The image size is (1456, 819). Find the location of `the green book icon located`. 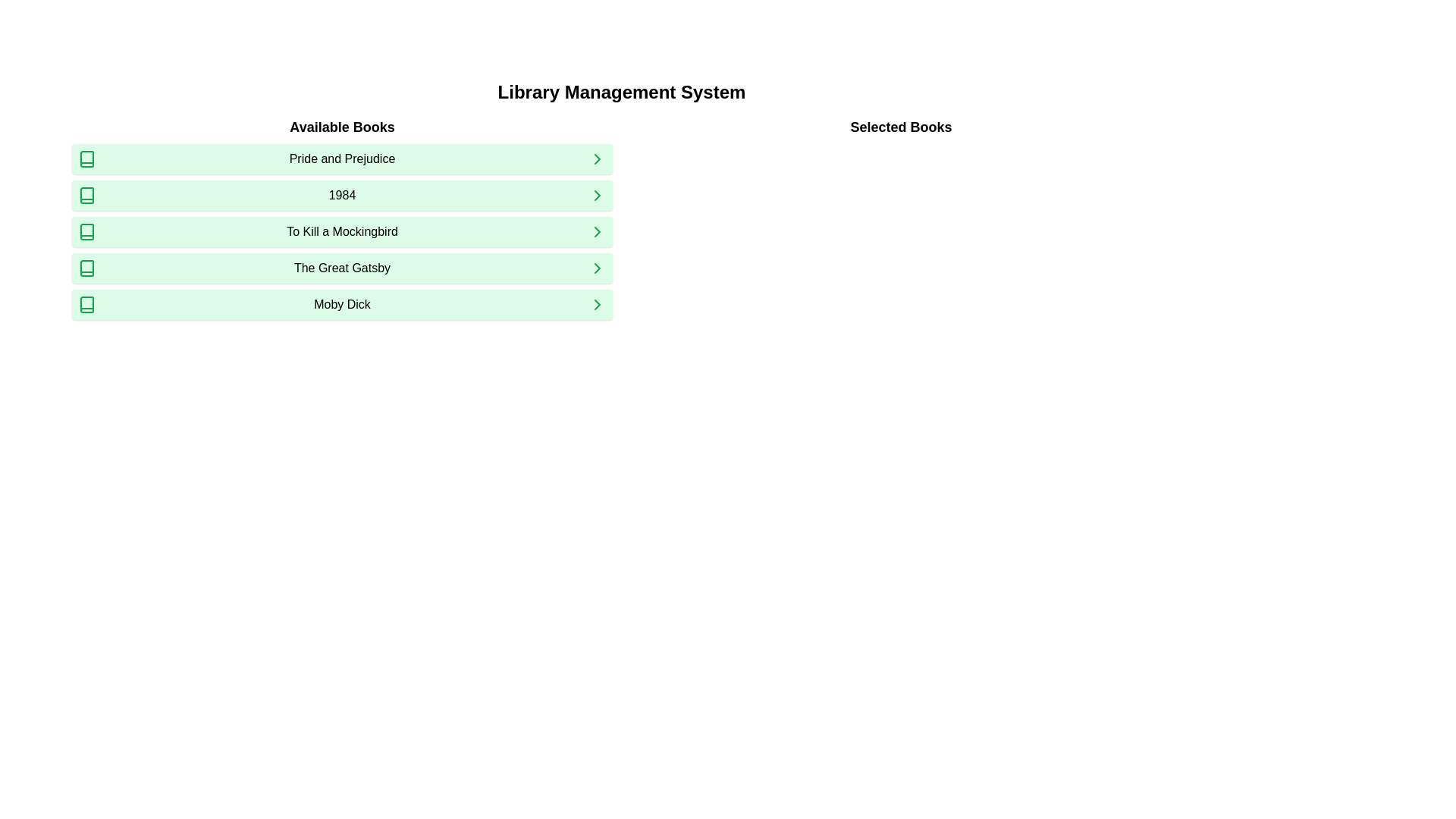

the green book icon located is located at coordinates (86, 268).